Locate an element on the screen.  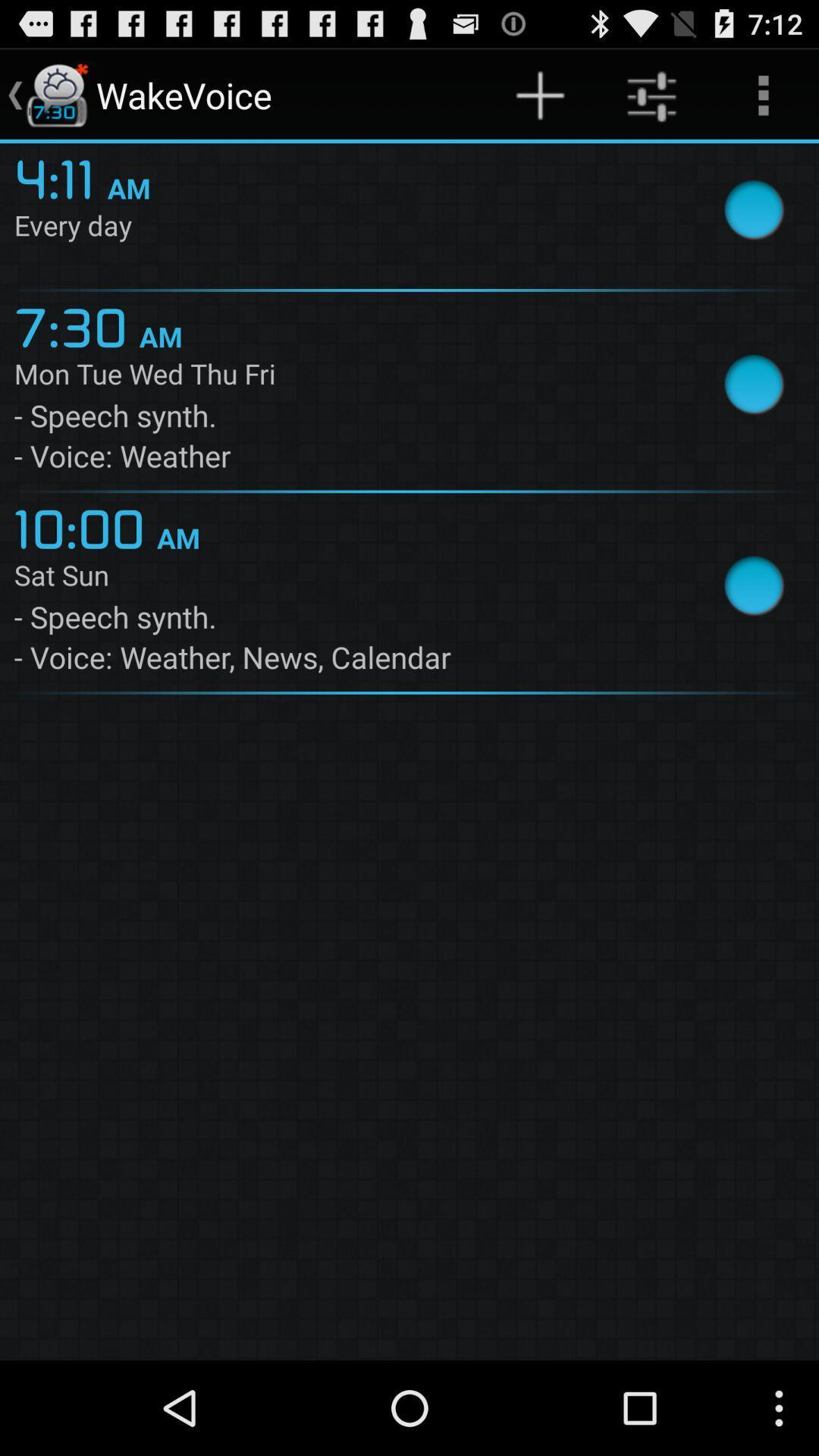
the item below every day is located at coordinates (77, 324).